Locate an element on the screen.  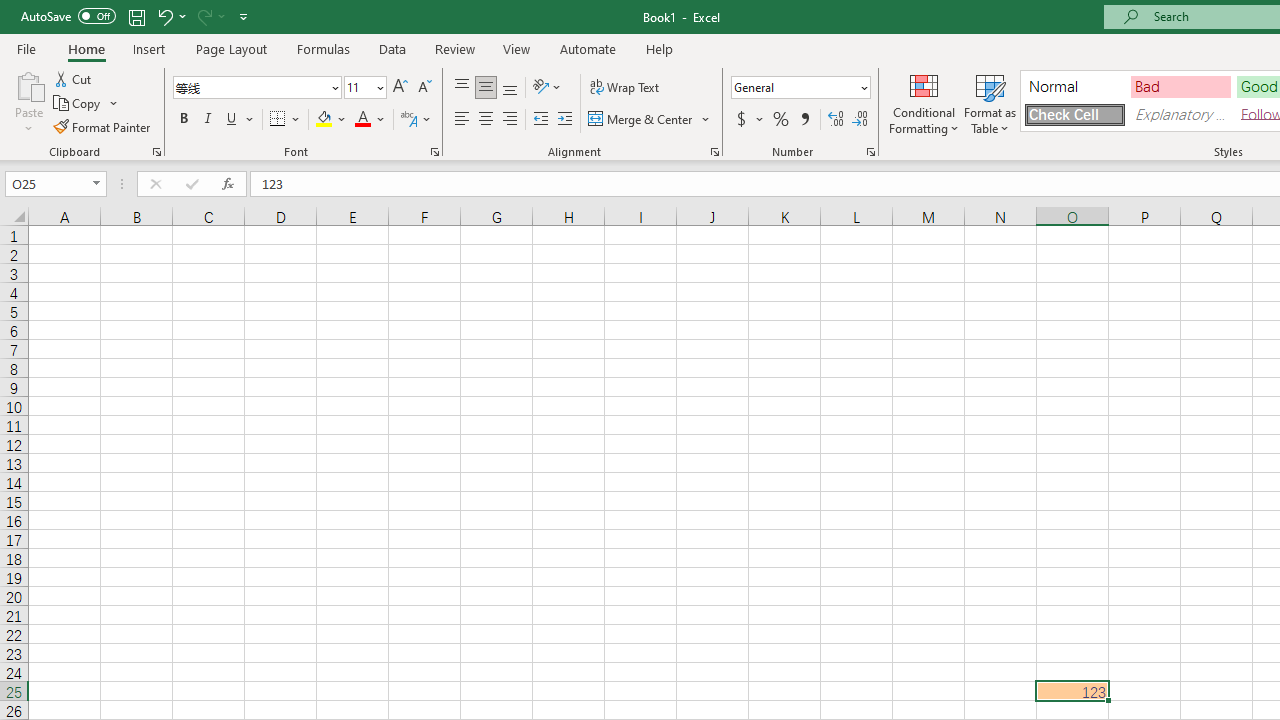
'Bottom Align' is located at coordinates (510, 86).